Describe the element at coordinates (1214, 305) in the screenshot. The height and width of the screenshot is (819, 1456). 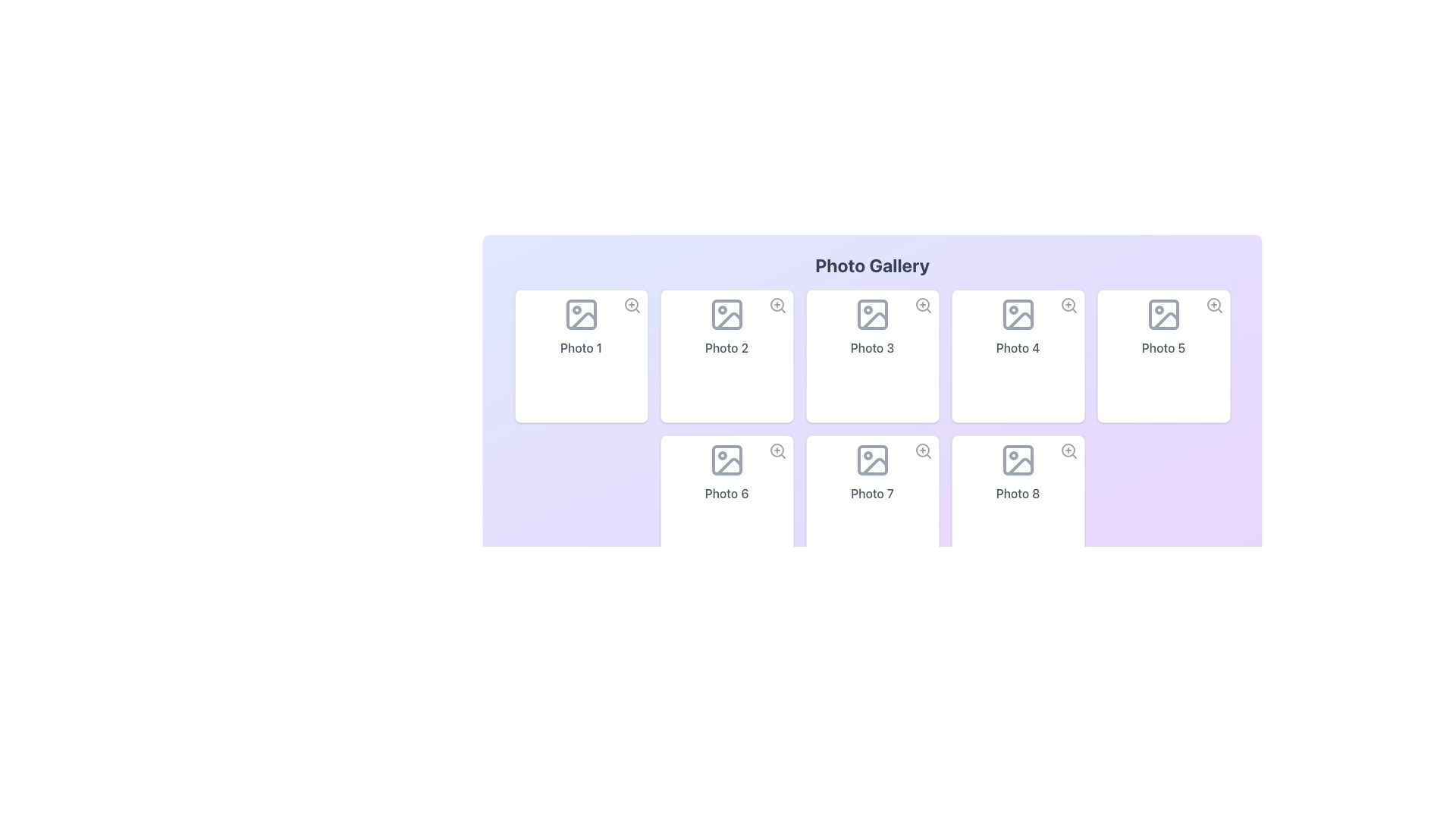
I see `the circular magnifying glass button with a plus sign inside, located at the top-right corner of the 'Photo 5' card in the photo gallery grid` at that location.